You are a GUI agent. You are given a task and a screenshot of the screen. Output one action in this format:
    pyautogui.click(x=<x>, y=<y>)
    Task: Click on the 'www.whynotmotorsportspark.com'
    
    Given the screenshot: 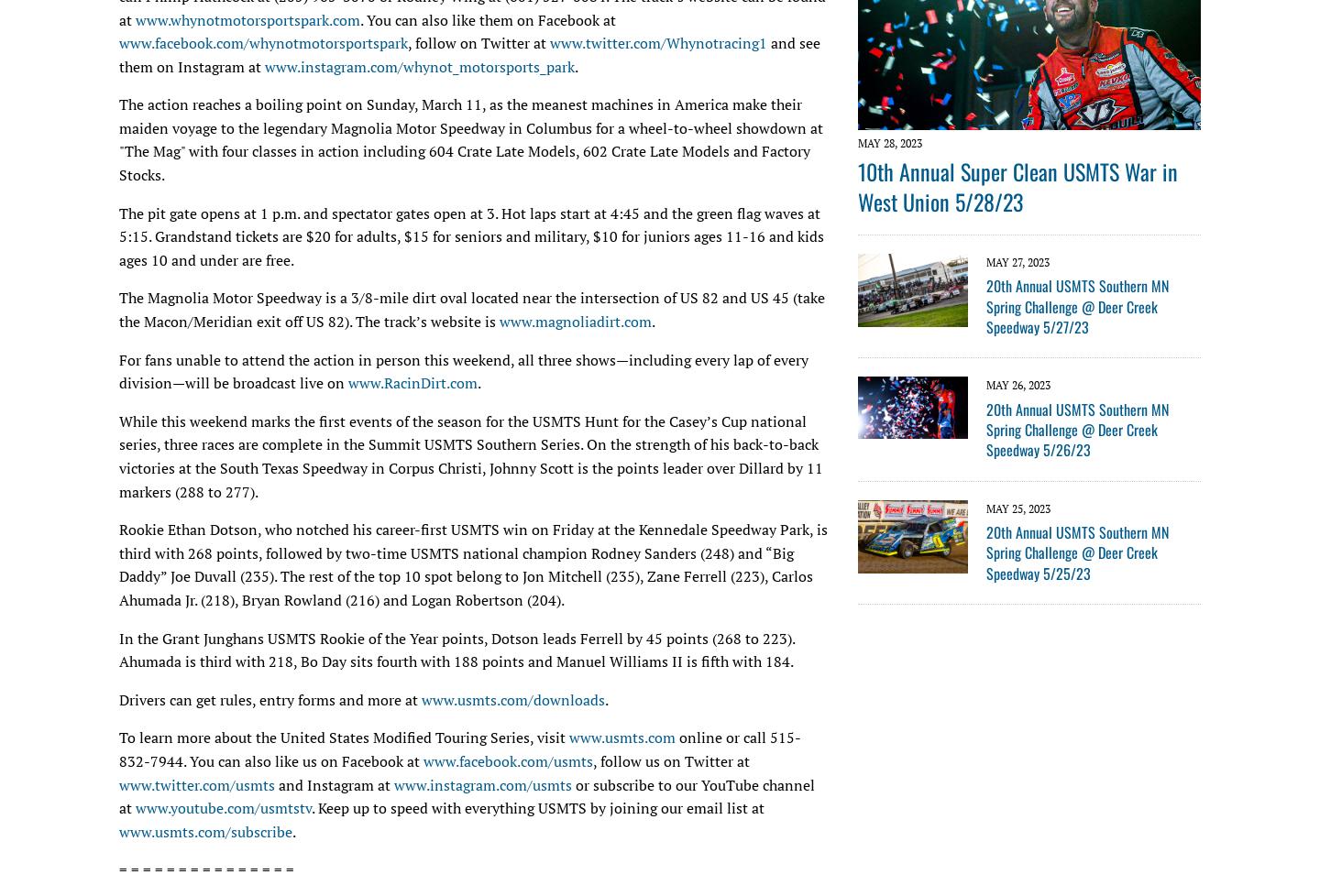 What is the action you would take?
    pyautogui.click(x=247, y=19)
    